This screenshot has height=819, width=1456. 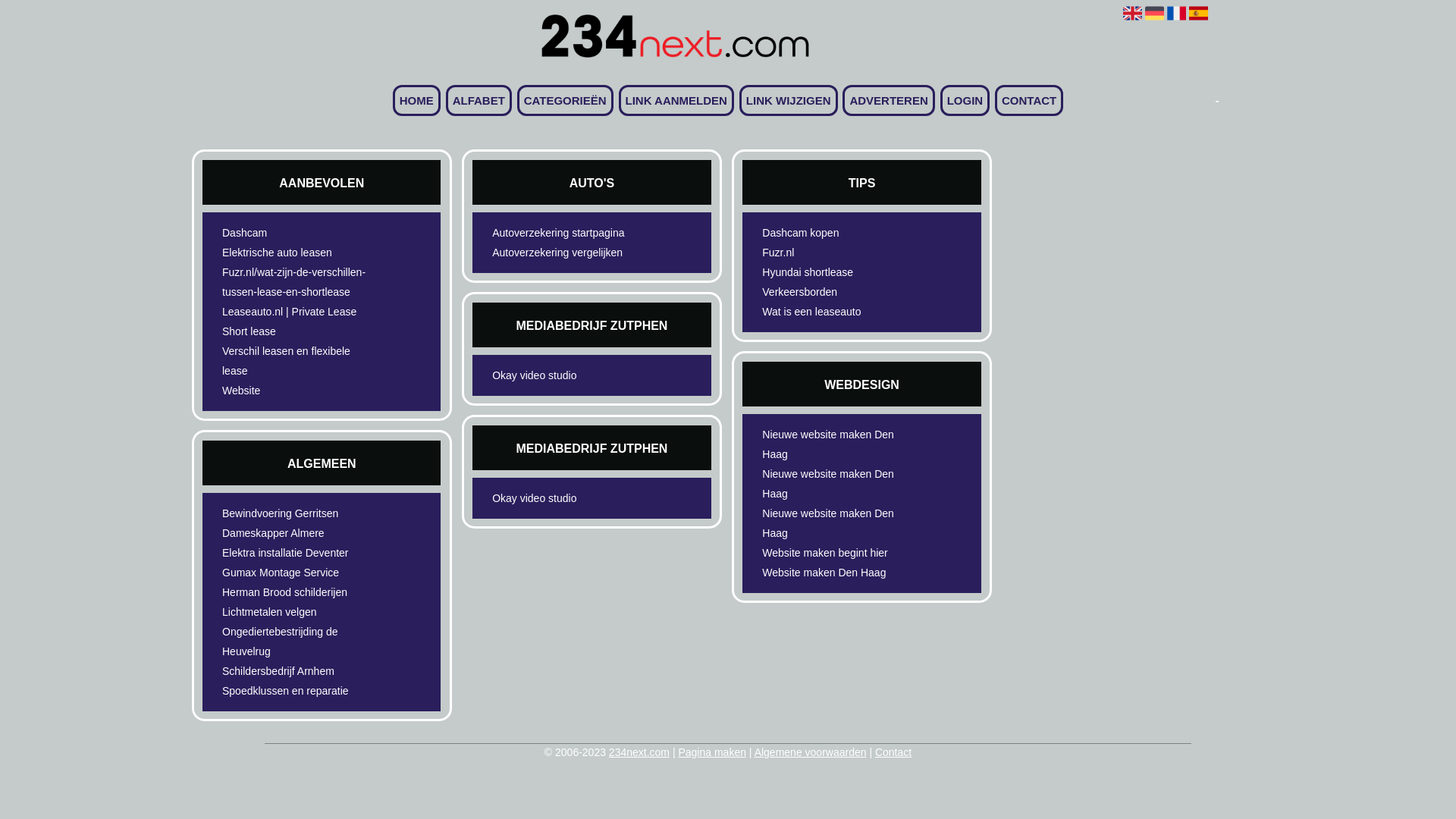 I want to click on 'Herman Brood schilderijen', so click(x=295, y=591).